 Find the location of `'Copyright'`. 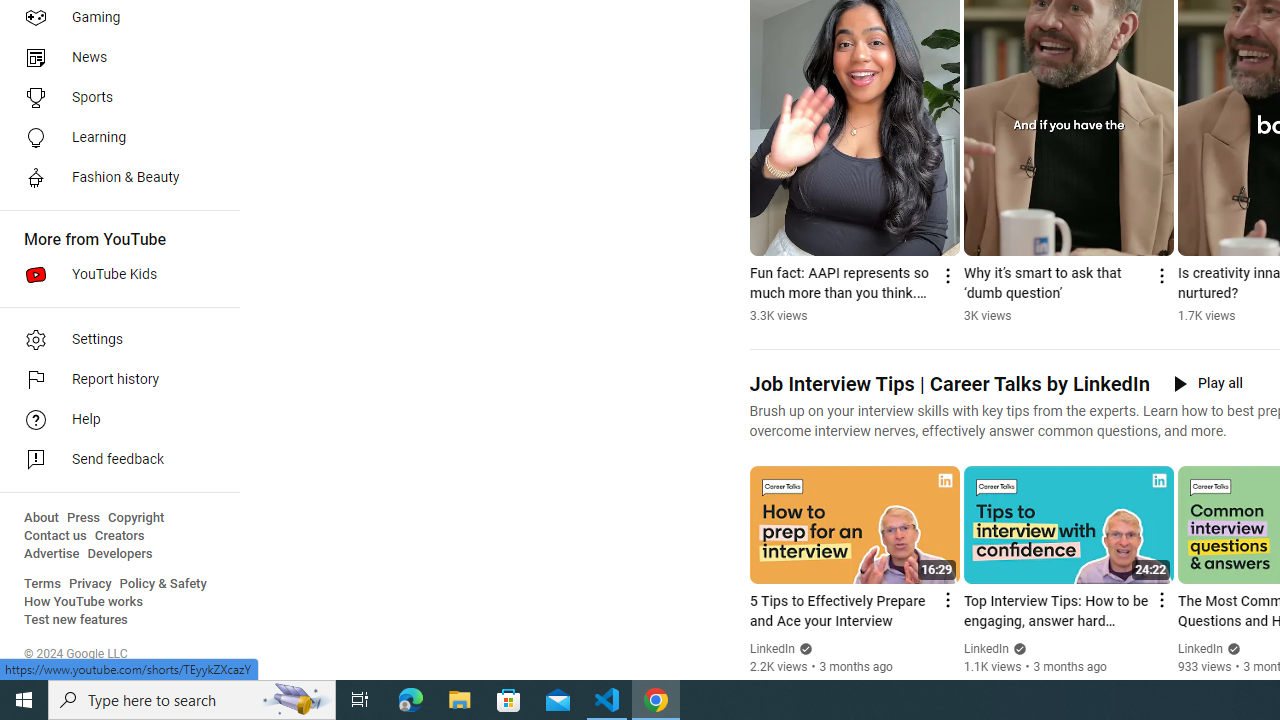

'Copyright' is located at coordinates (135, 517).